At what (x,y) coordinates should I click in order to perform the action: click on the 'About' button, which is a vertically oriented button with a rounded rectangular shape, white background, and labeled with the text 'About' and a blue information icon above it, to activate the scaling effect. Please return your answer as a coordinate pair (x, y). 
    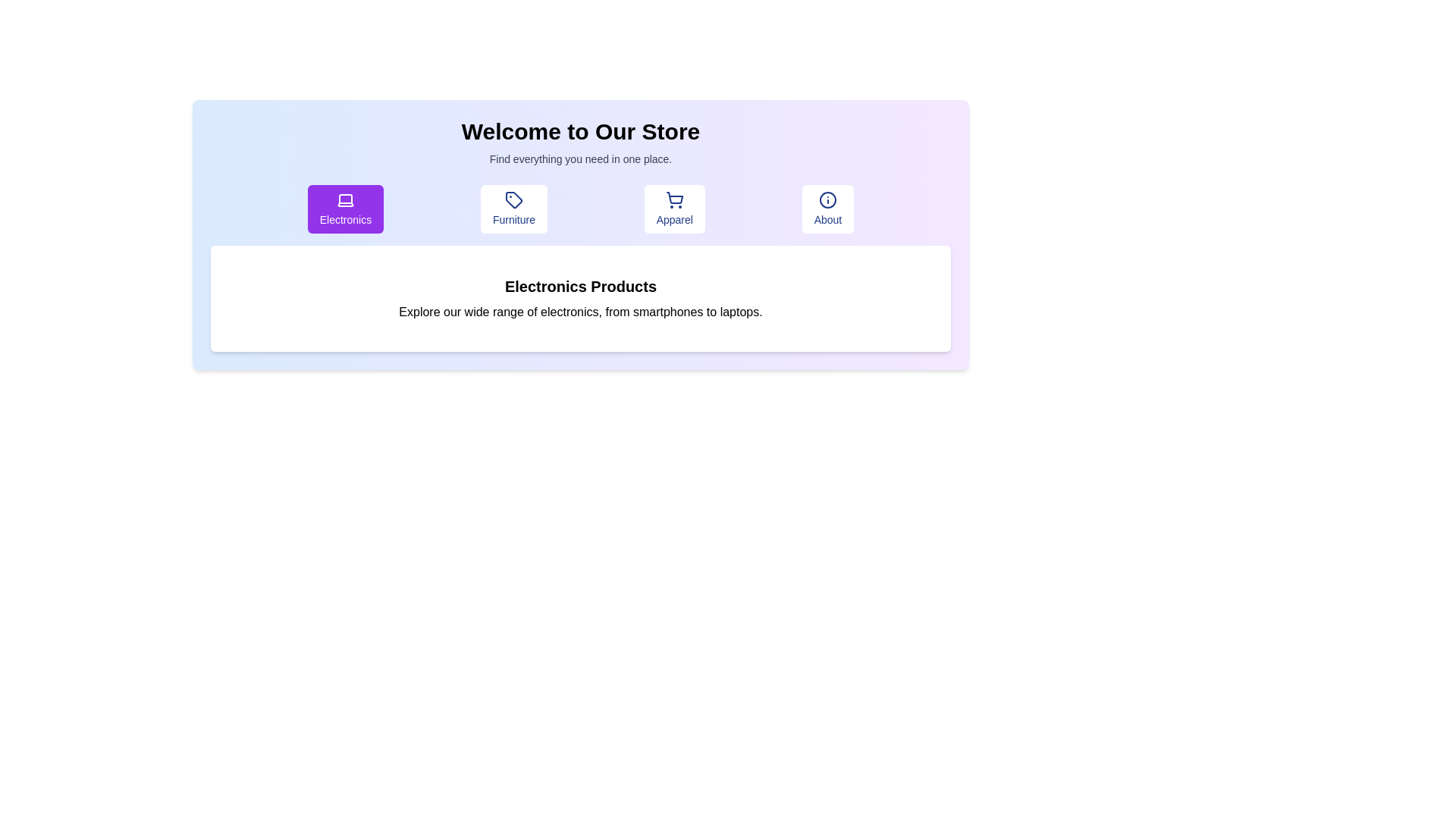
    Looking at the image, I should click on (827, 209).